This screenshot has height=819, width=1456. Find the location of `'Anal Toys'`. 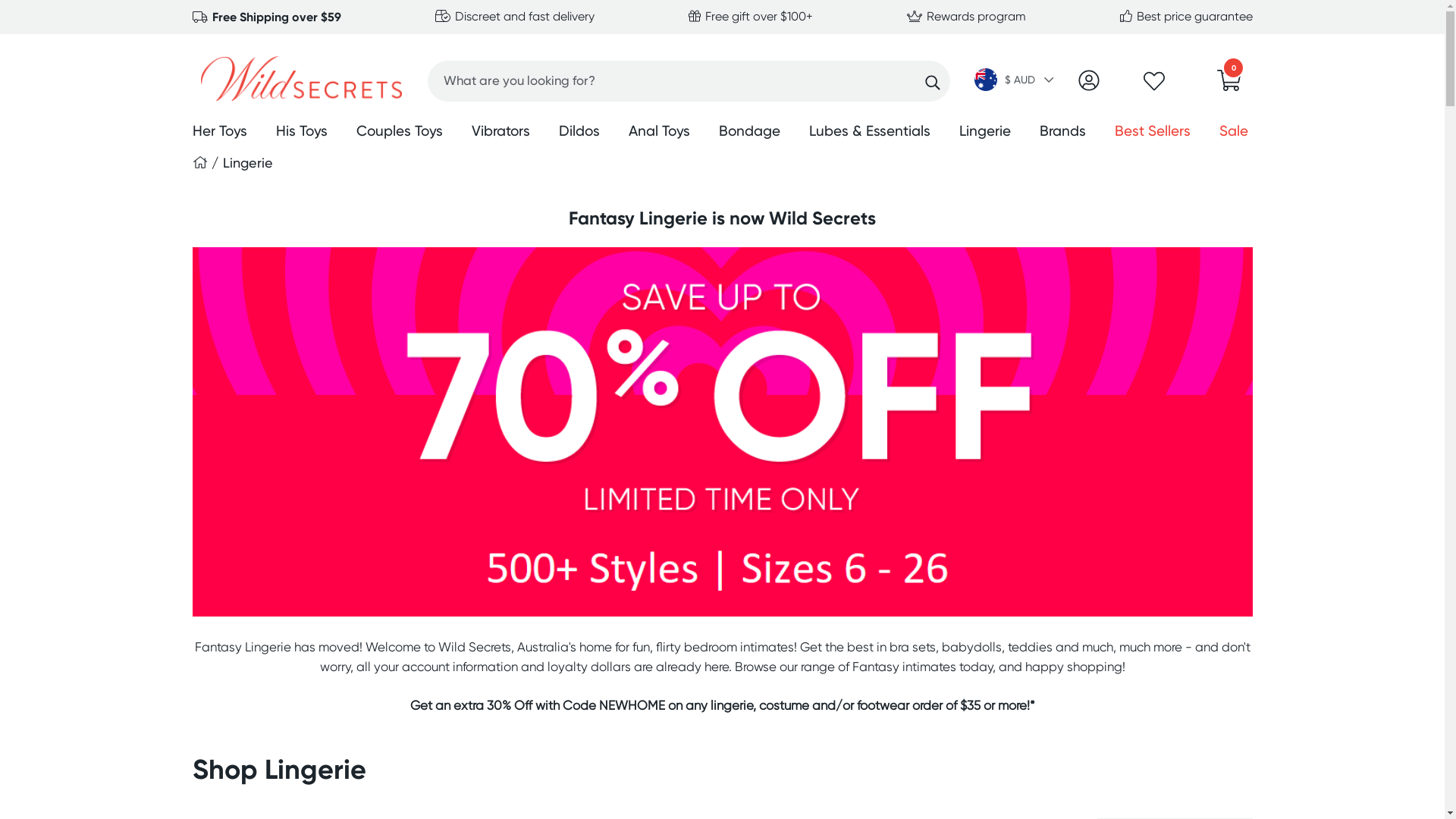

'Anal Toys' is located at coordinates (658, 131).